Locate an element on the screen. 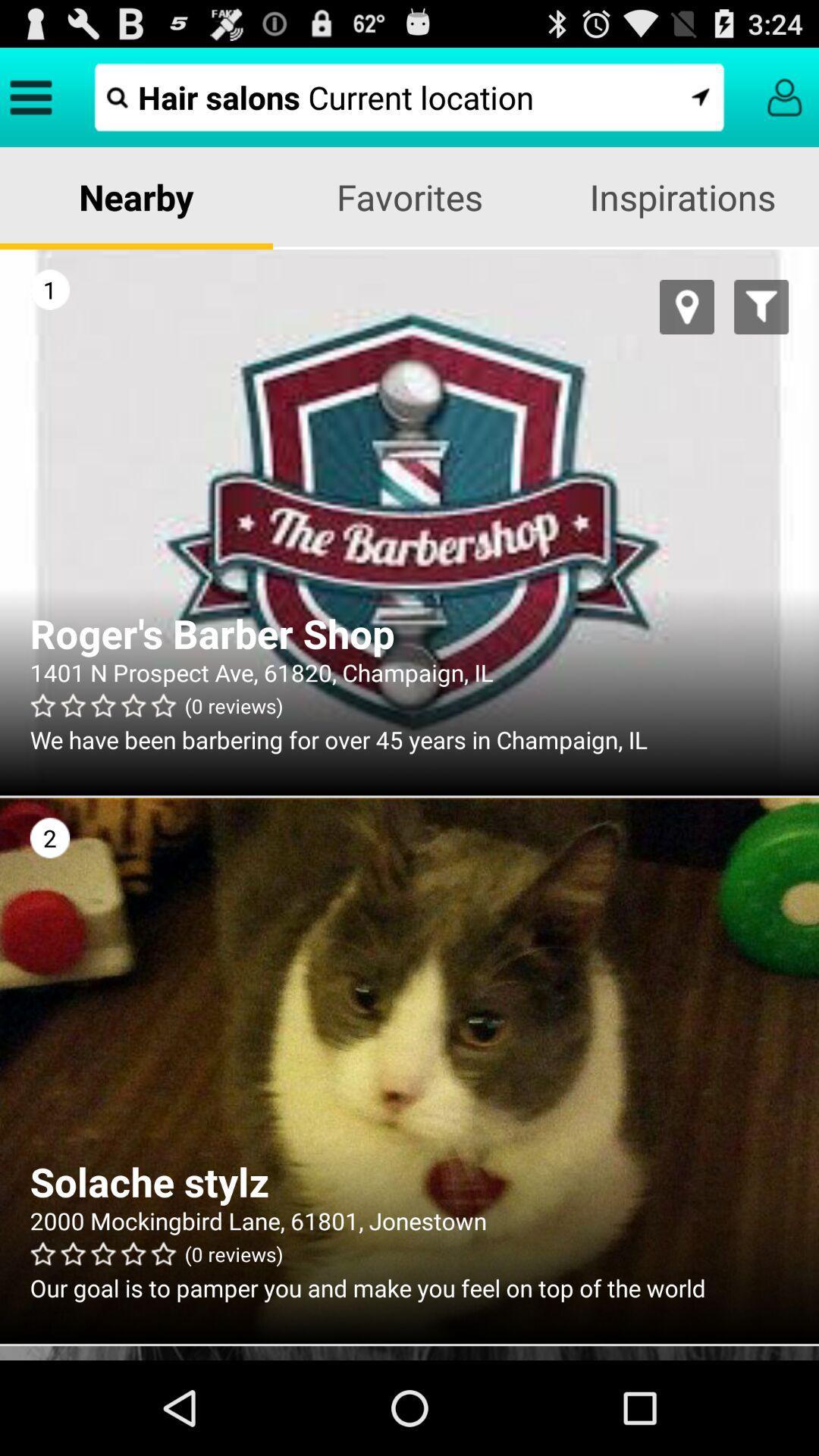 The height and width of the screenshot is (1456, 819). the favorites app is located at coordinates (409, 196).